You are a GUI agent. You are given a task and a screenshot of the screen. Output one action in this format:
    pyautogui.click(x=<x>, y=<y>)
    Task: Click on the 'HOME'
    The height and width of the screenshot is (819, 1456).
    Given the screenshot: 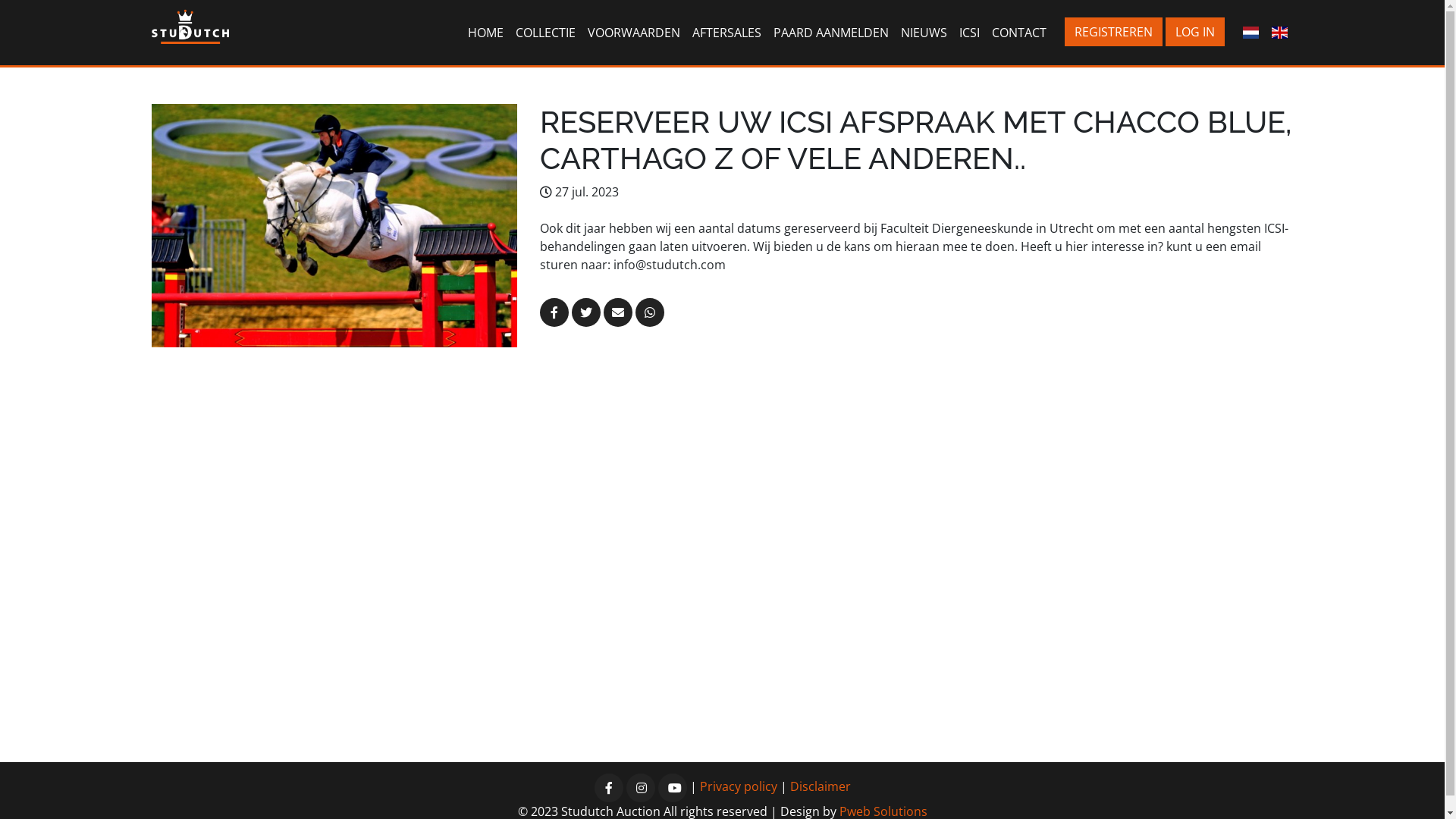 What is the action you would take?
    pyautogui.click(x=485, y=32)
    